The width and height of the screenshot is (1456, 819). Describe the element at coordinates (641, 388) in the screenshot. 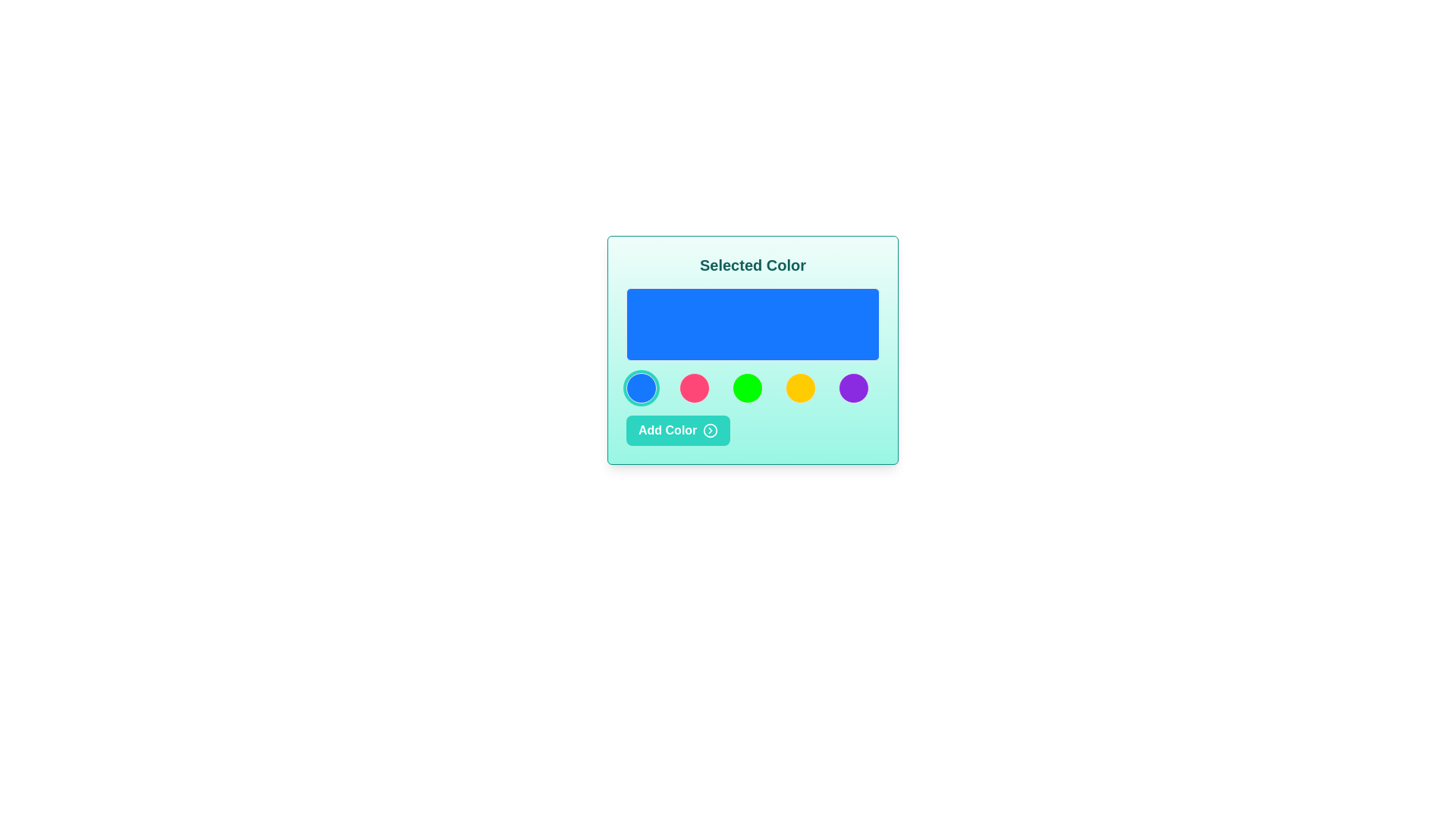

I see `the first circular button in the color-selection grid` at that location.